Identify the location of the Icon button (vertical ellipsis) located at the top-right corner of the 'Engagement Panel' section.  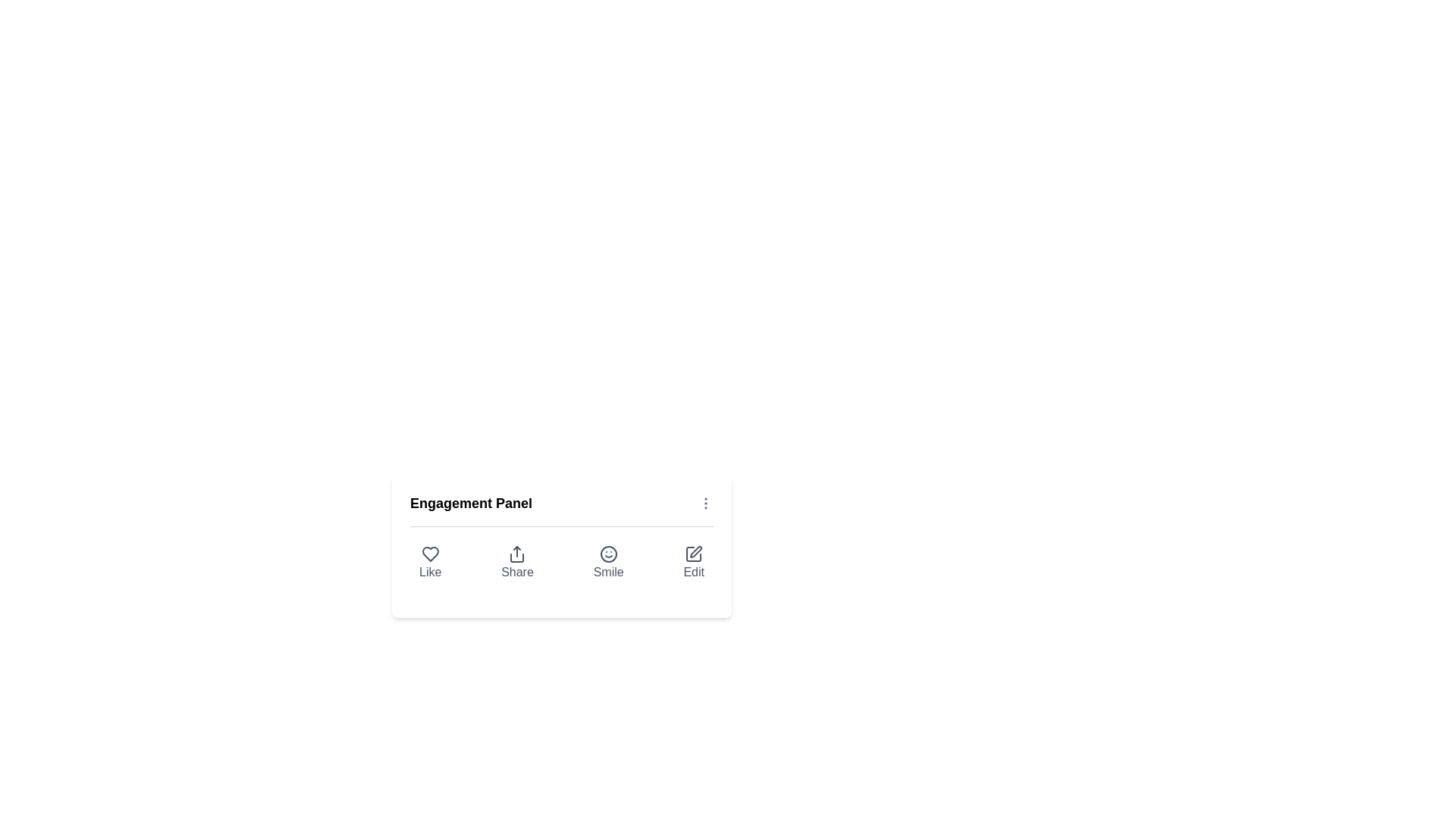
(705, 503).